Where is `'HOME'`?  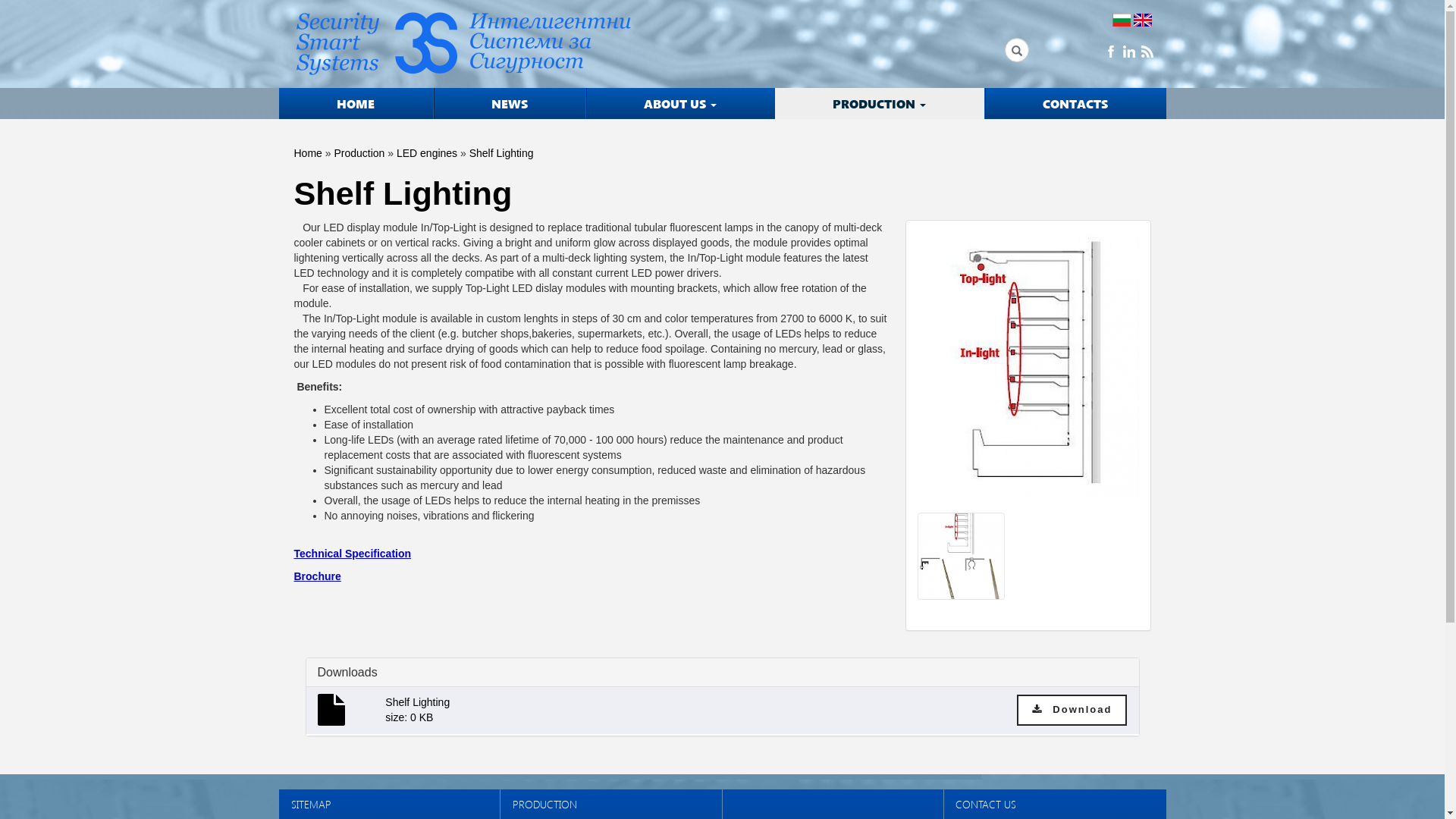
'HOME' is located at coordinates (279, 102).